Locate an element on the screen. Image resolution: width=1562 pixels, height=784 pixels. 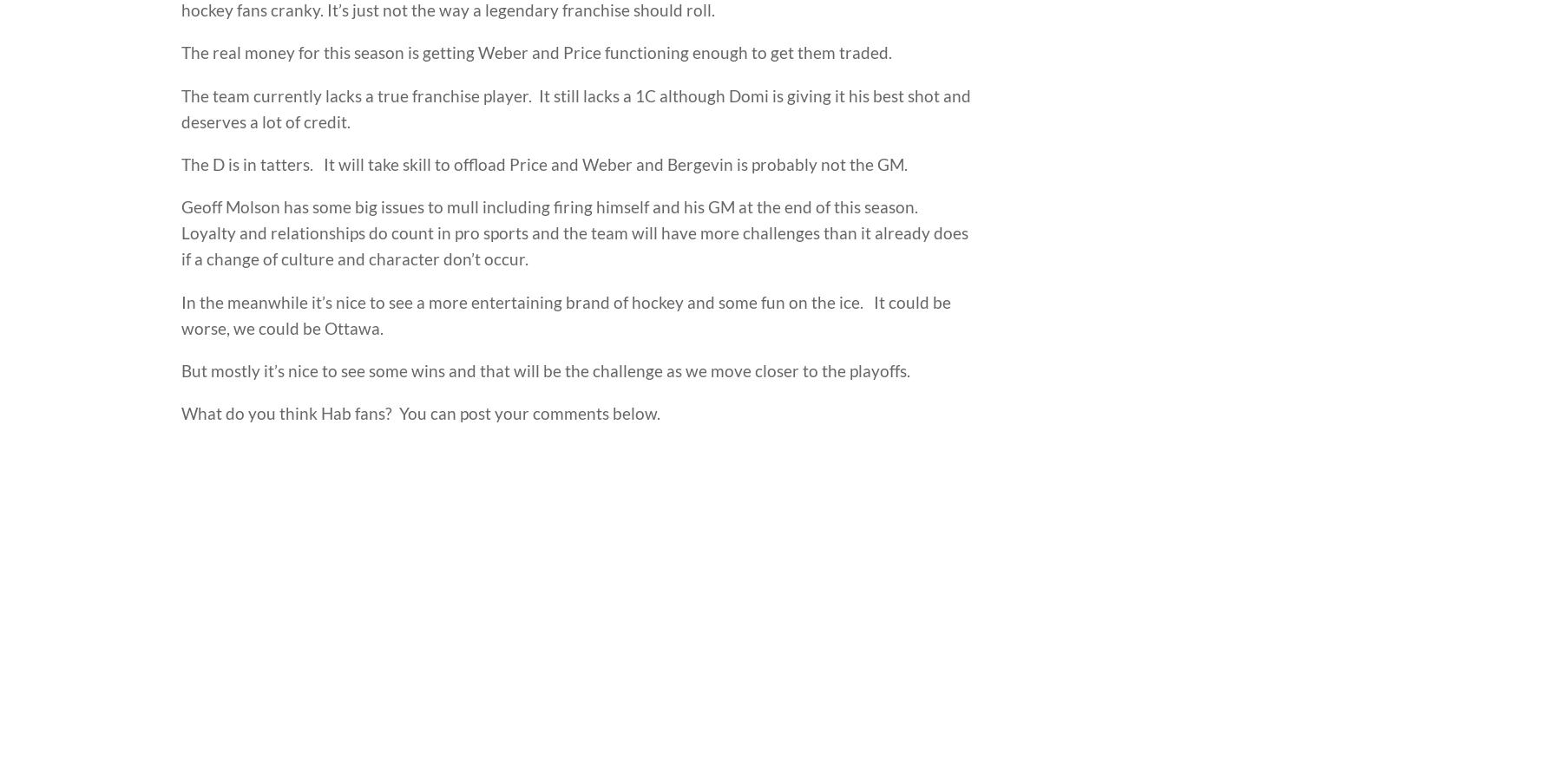
'headlines' is located at coordinates (247, 621).